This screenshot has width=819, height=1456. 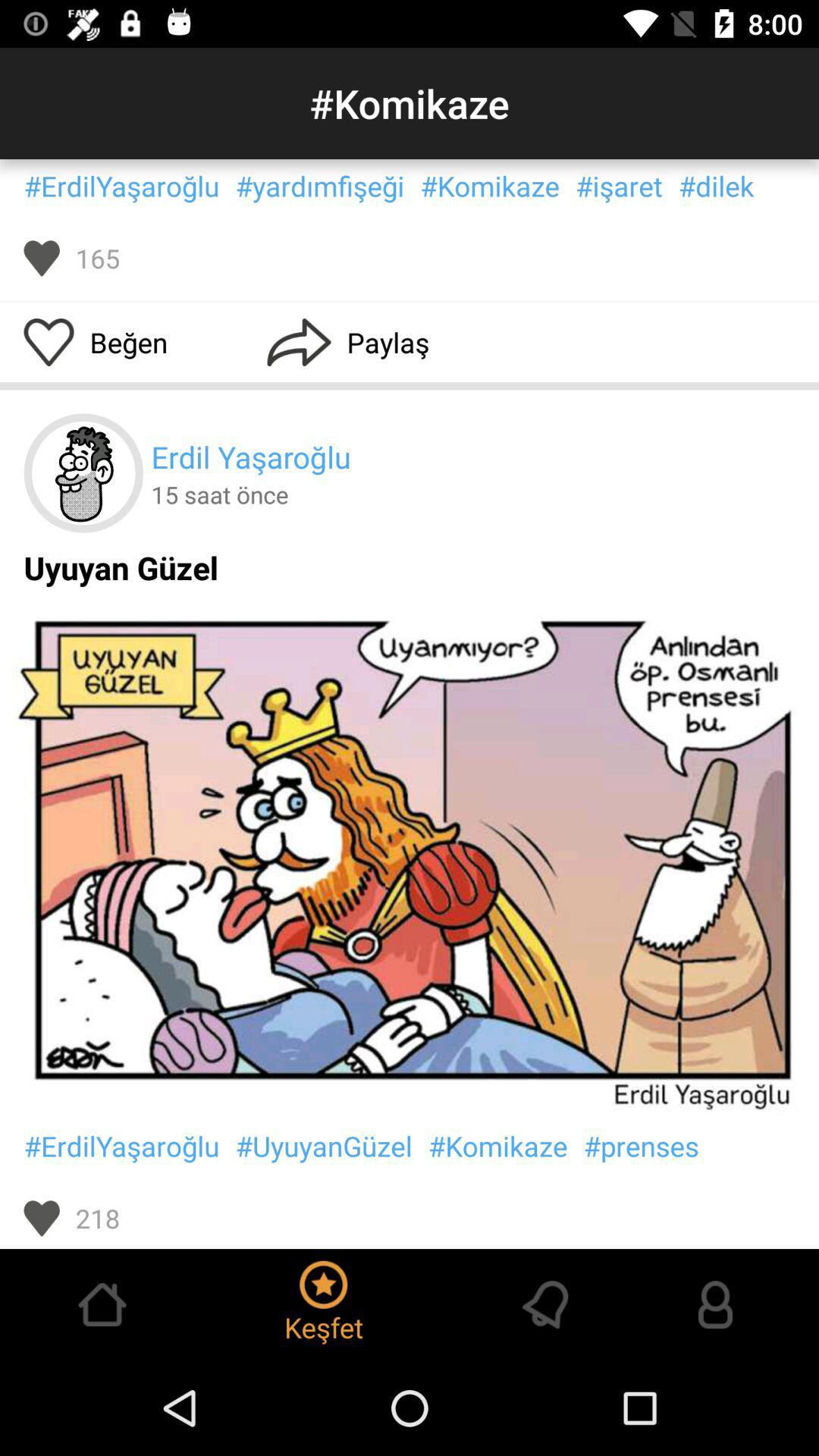 What do you see at coordinates (318, 185) in the screenshot?
I see `icon next to #komikaze icon` at bounding box center [318, 185].